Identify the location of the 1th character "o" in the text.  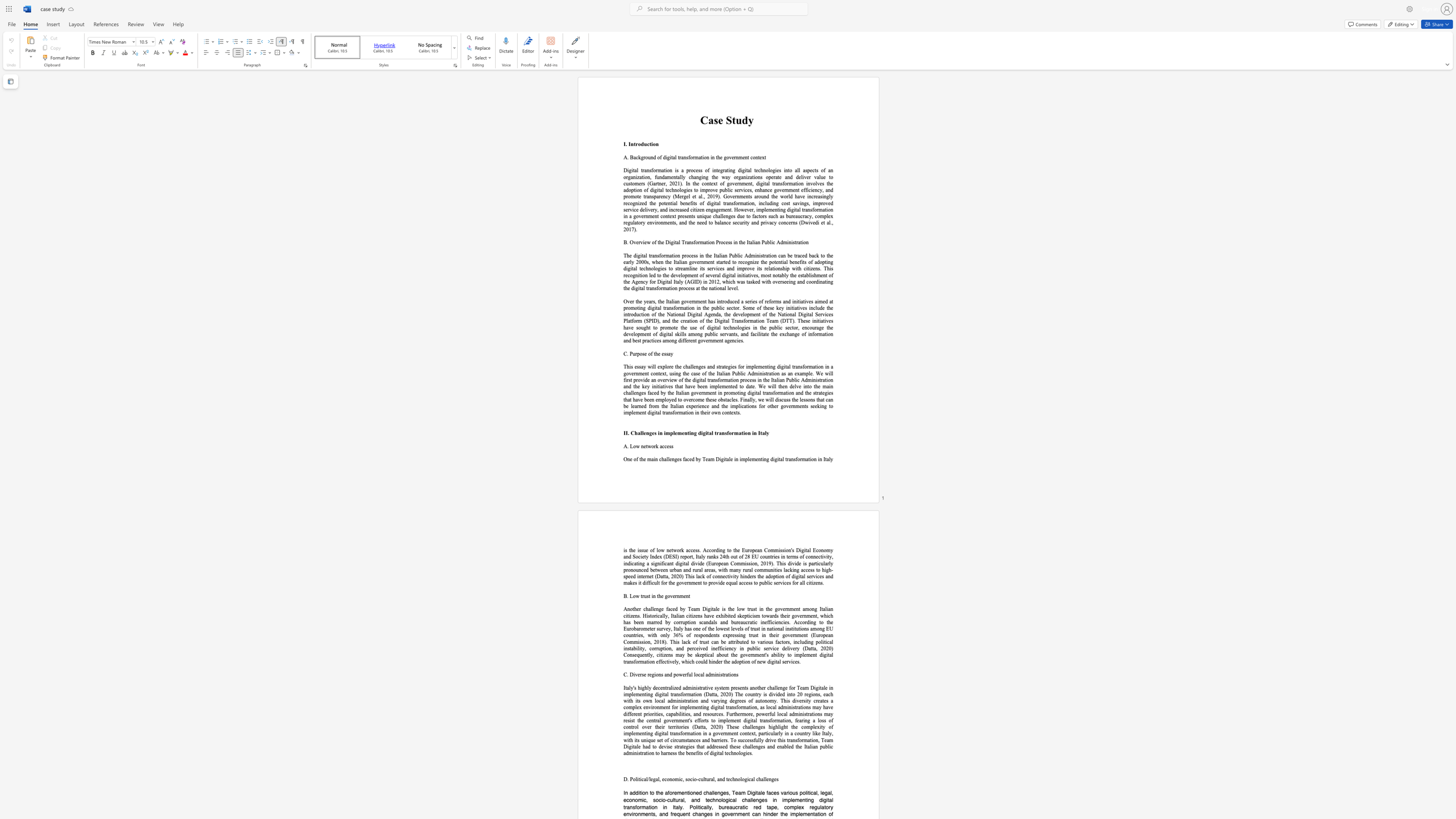
(673, 288).